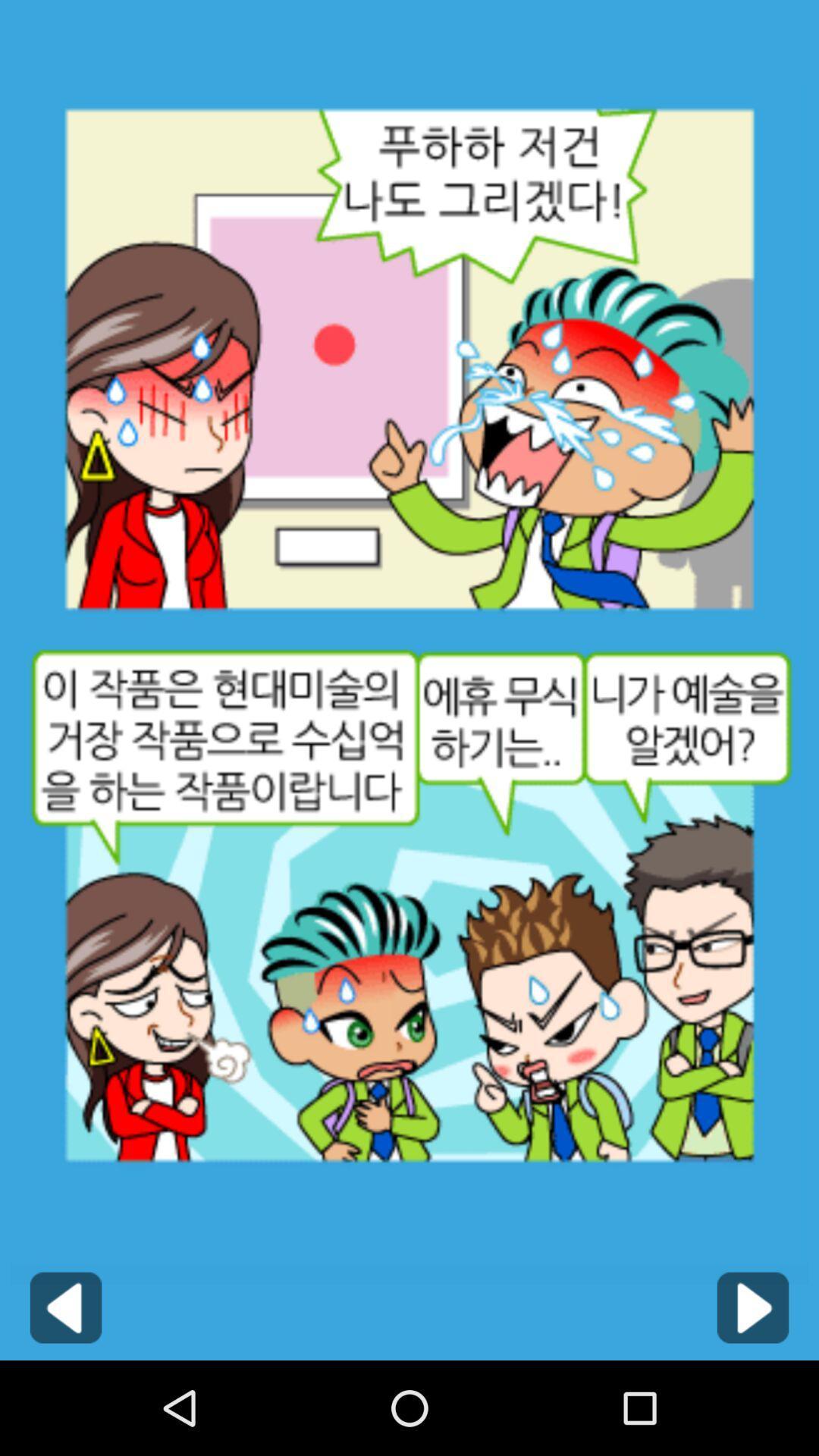  I want to click on next, so click(752, 1307).